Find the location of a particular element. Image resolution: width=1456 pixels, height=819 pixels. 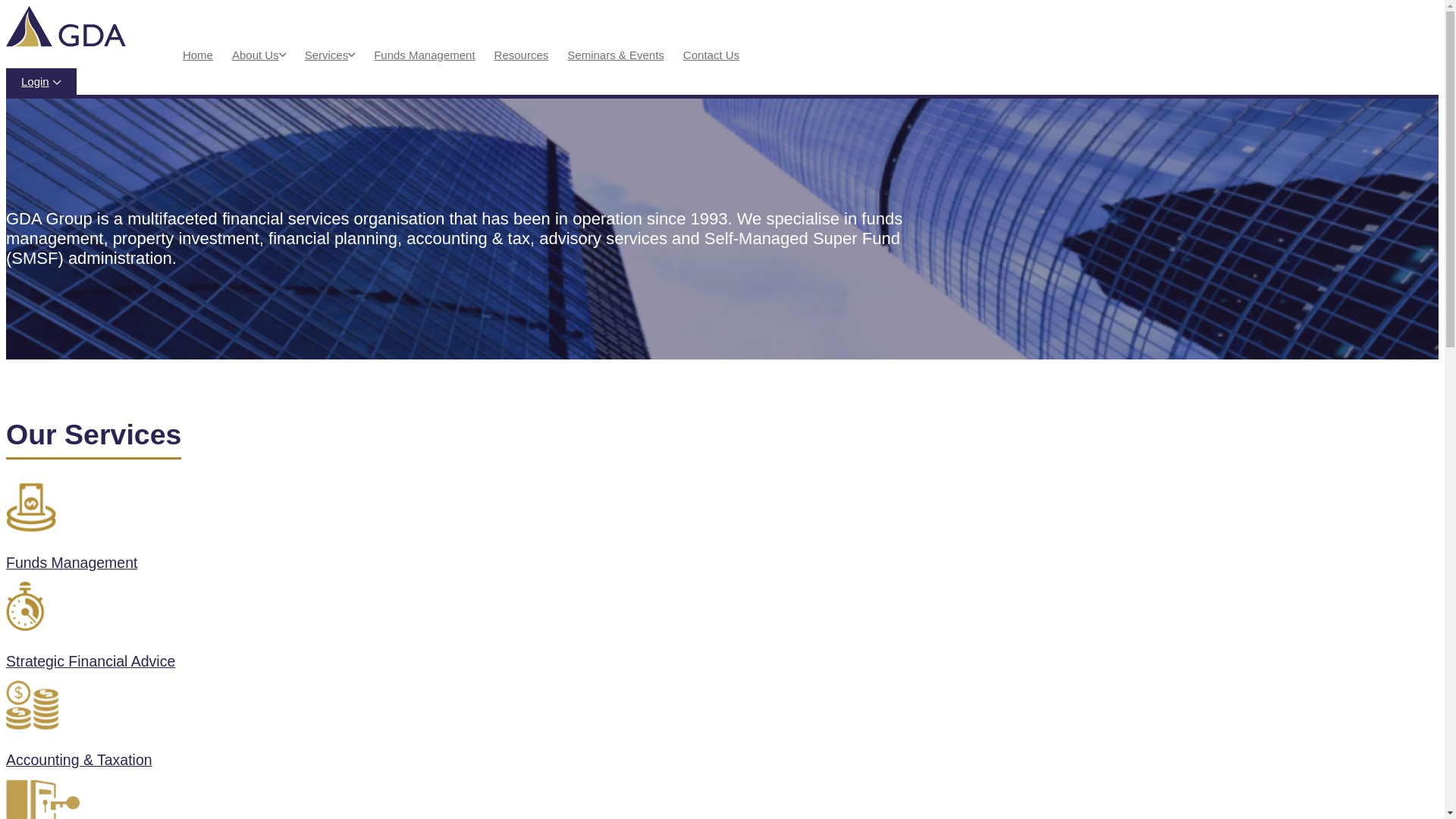

'Seminars & Events' is located at coordinates (615, 54).